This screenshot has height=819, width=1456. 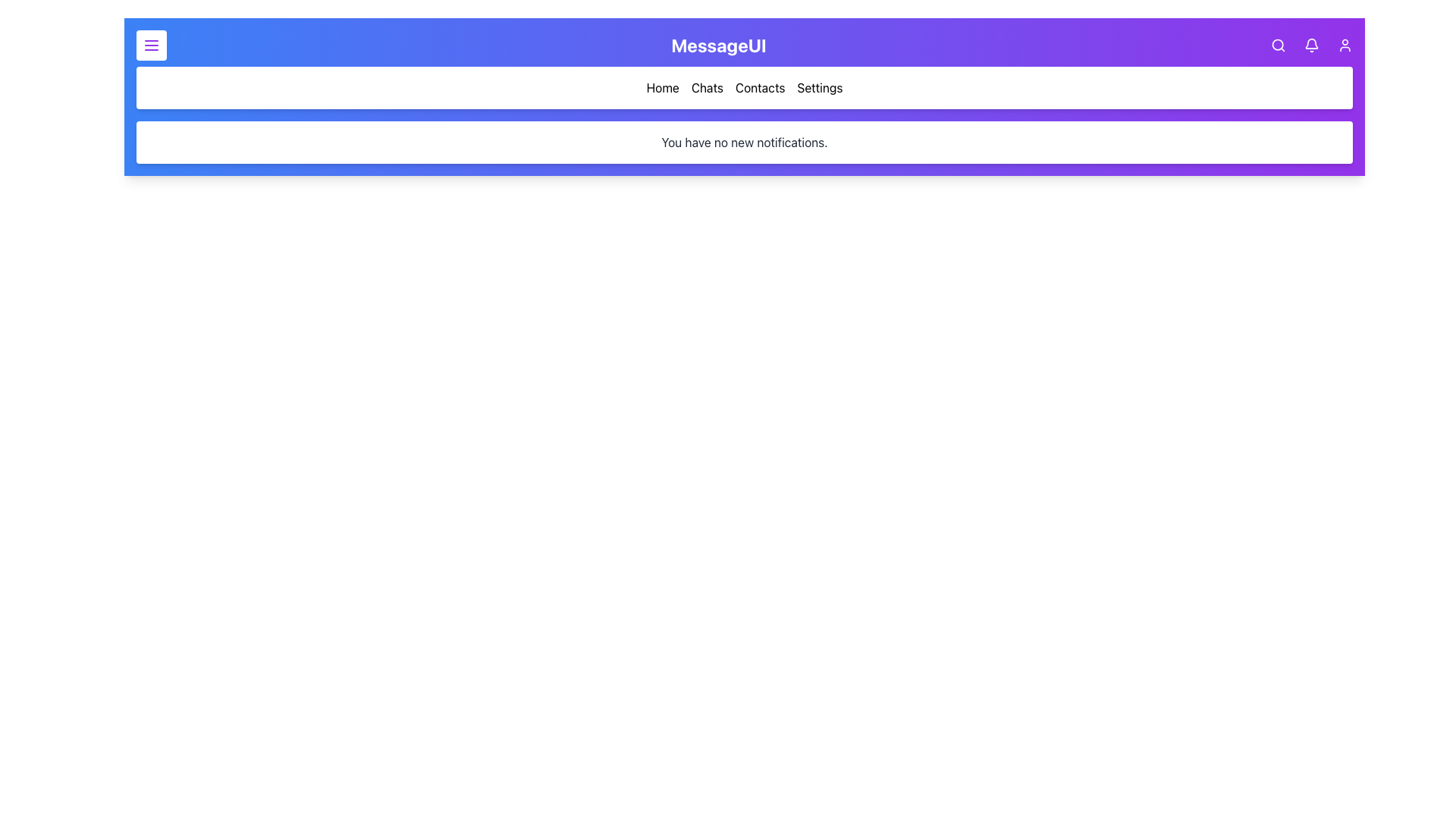 What do you see at coordinates (1345, 45) in the screenshot?
I see `the user profile icon button with a purple background located at the far right of the navigation bar` at bounding box center [1345, 45].